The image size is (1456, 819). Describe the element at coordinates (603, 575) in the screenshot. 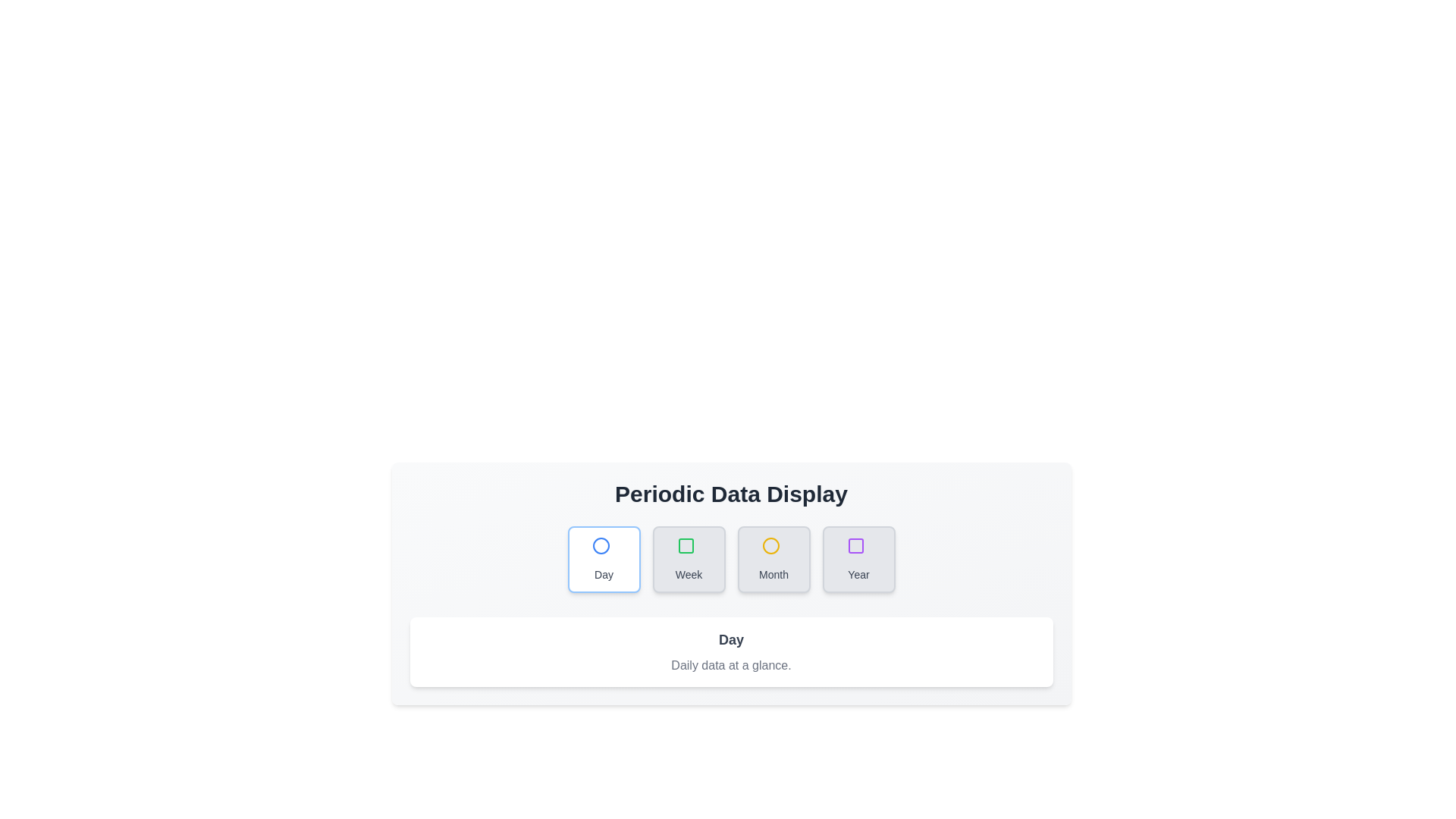

I see `the text label displaying 'Day', which is the leftmost button among four horizontally arranged buttons labeled 'Day', 'Week', 'Month', and 'Year'` at that location.